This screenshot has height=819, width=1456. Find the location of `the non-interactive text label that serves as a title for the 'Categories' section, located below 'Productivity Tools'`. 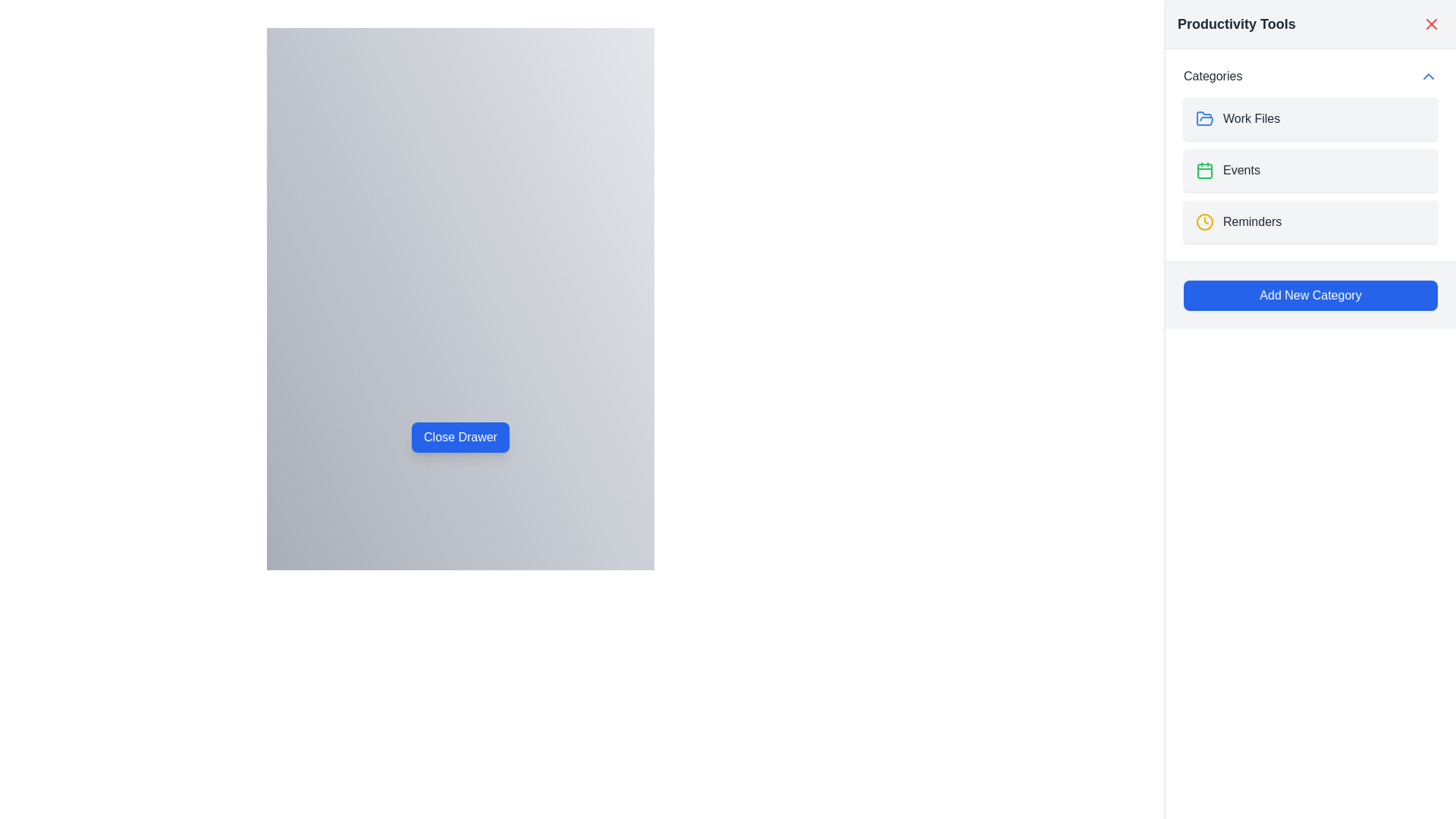

the non-interactive text label that serves as a title for the 'Categories' section, located below 'Productivity Tools' is located at coordinates (1212, 76).